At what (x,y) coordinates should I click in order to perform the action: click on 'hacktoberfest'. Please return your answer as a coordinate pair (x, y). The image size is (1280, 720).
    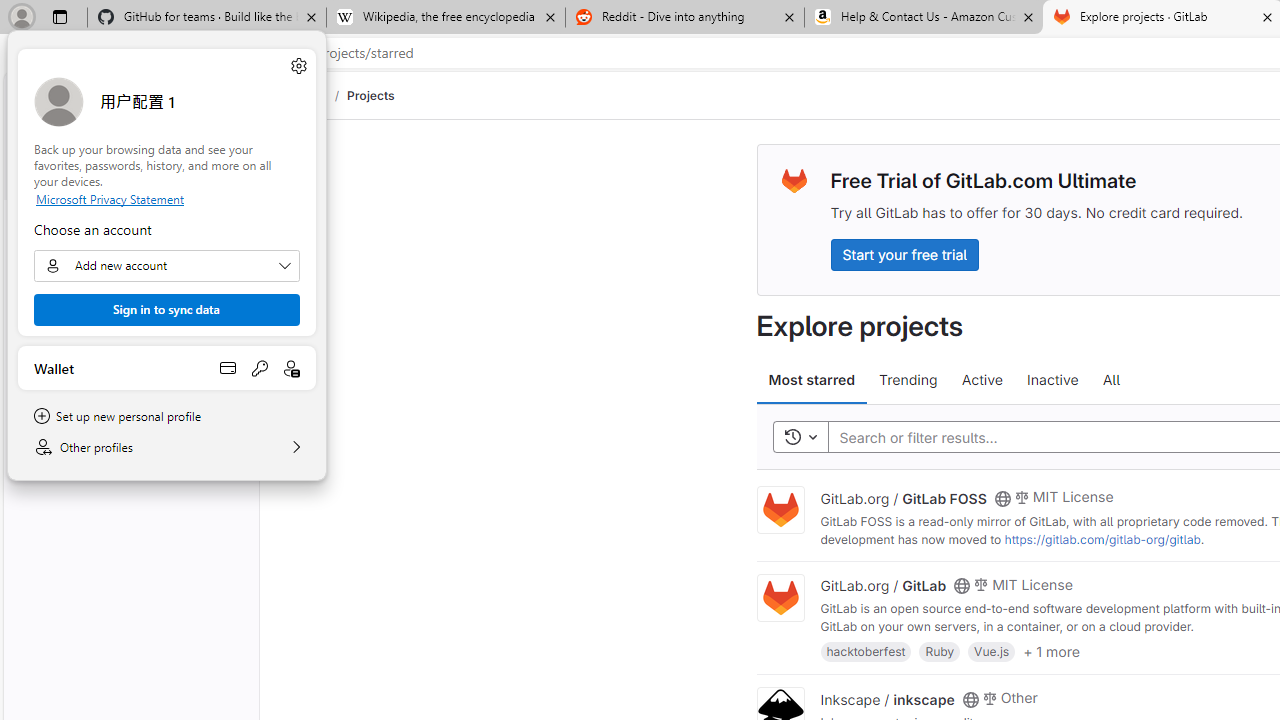
    Looking at the image, I should click on (866, 651).